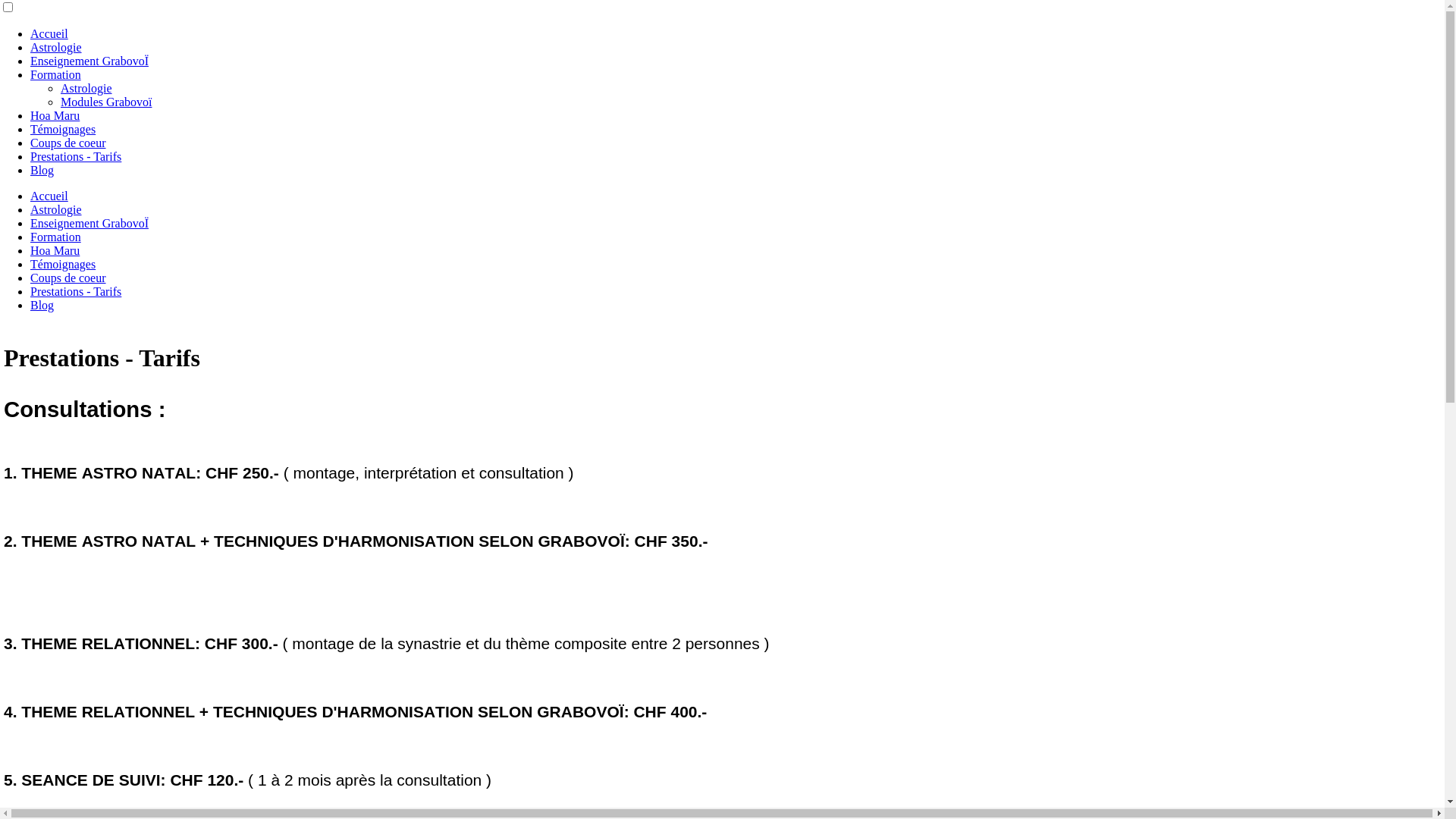  I want to click on 'Blog', so click(42, 170).